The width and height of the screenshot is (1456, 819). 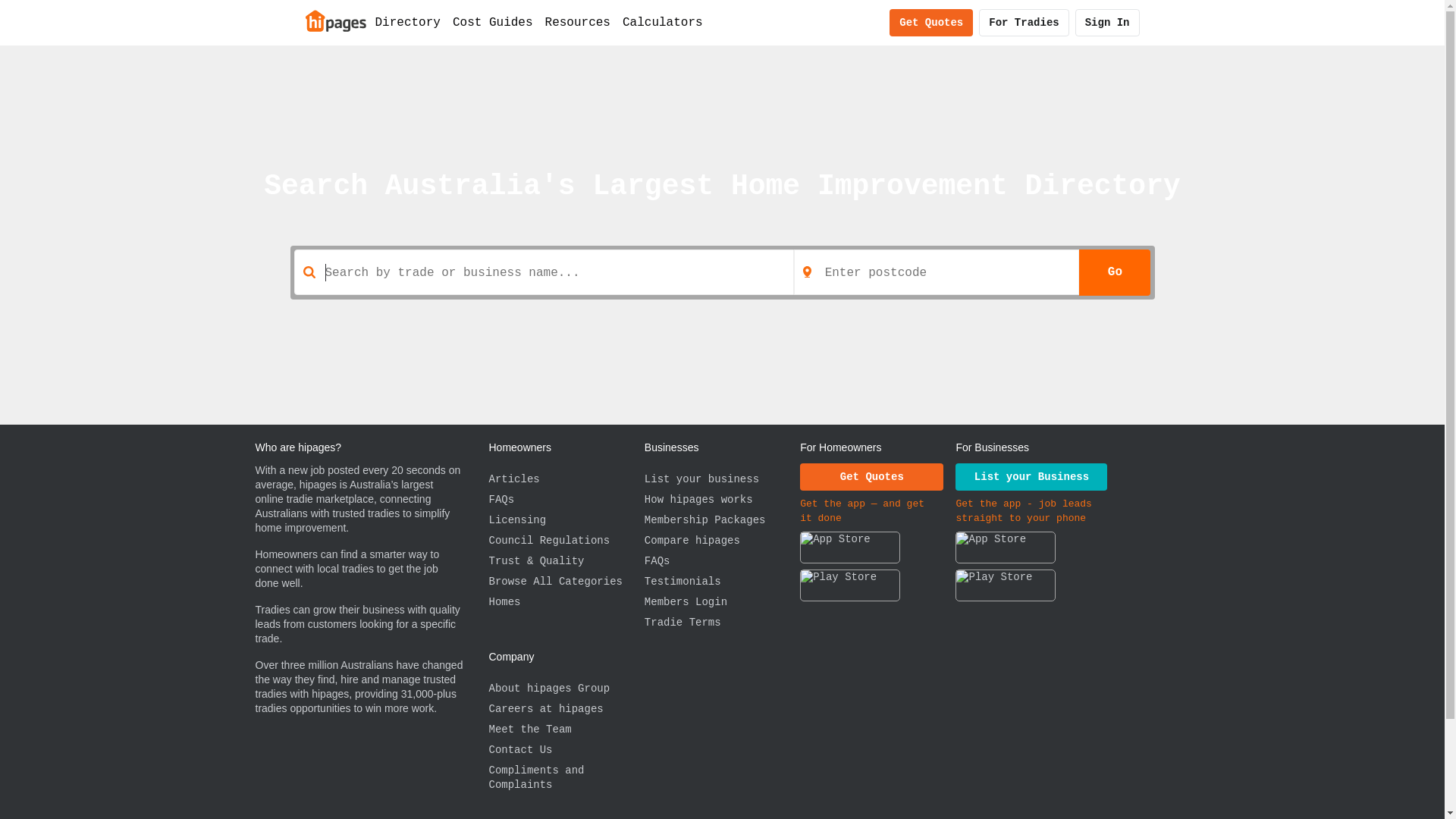 I want to click on 'Cost Guides', so click(x=492, y=23).